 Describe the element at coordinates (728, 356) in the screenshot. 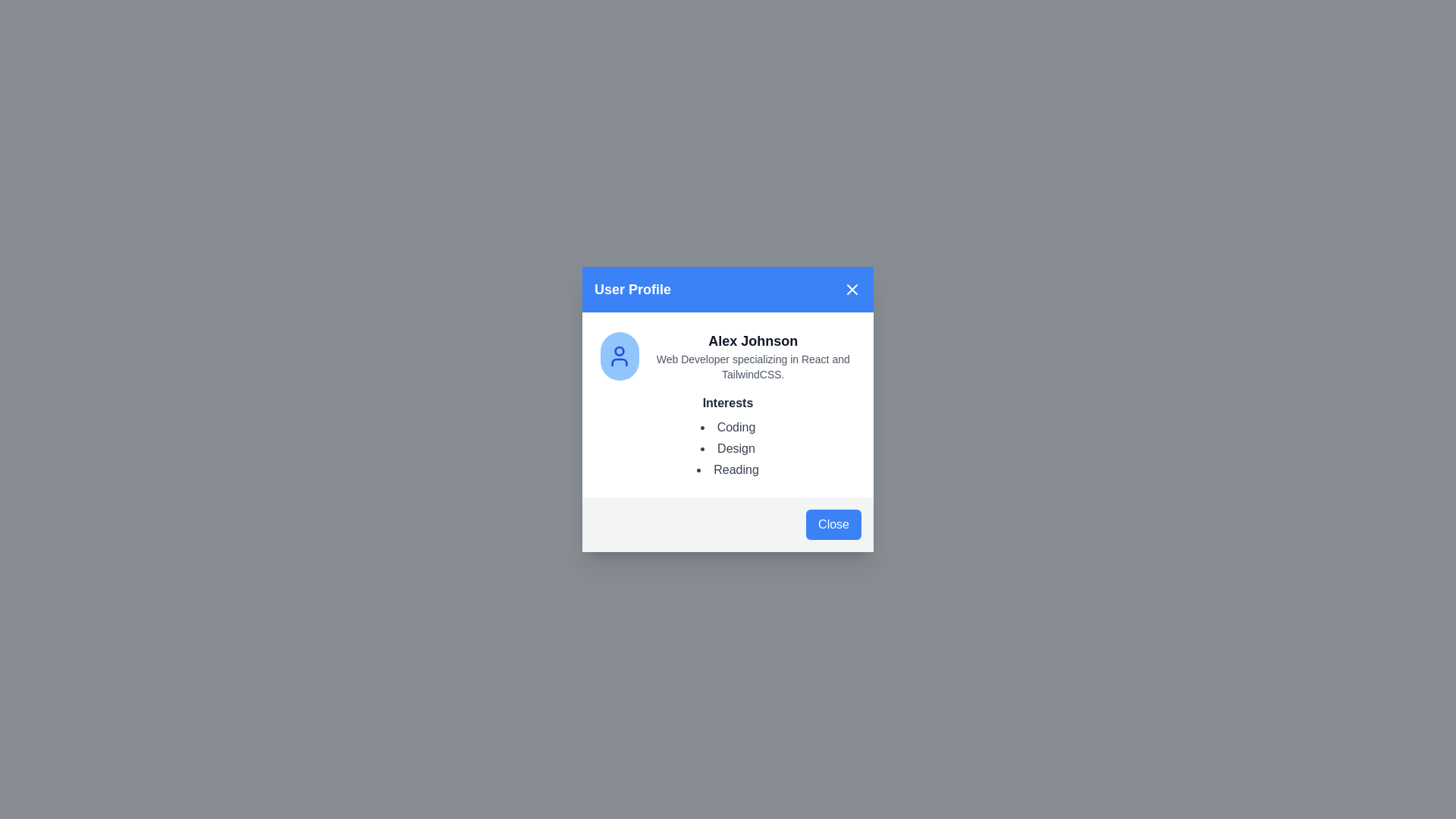

I see `the Profile Information Section text` at that location.